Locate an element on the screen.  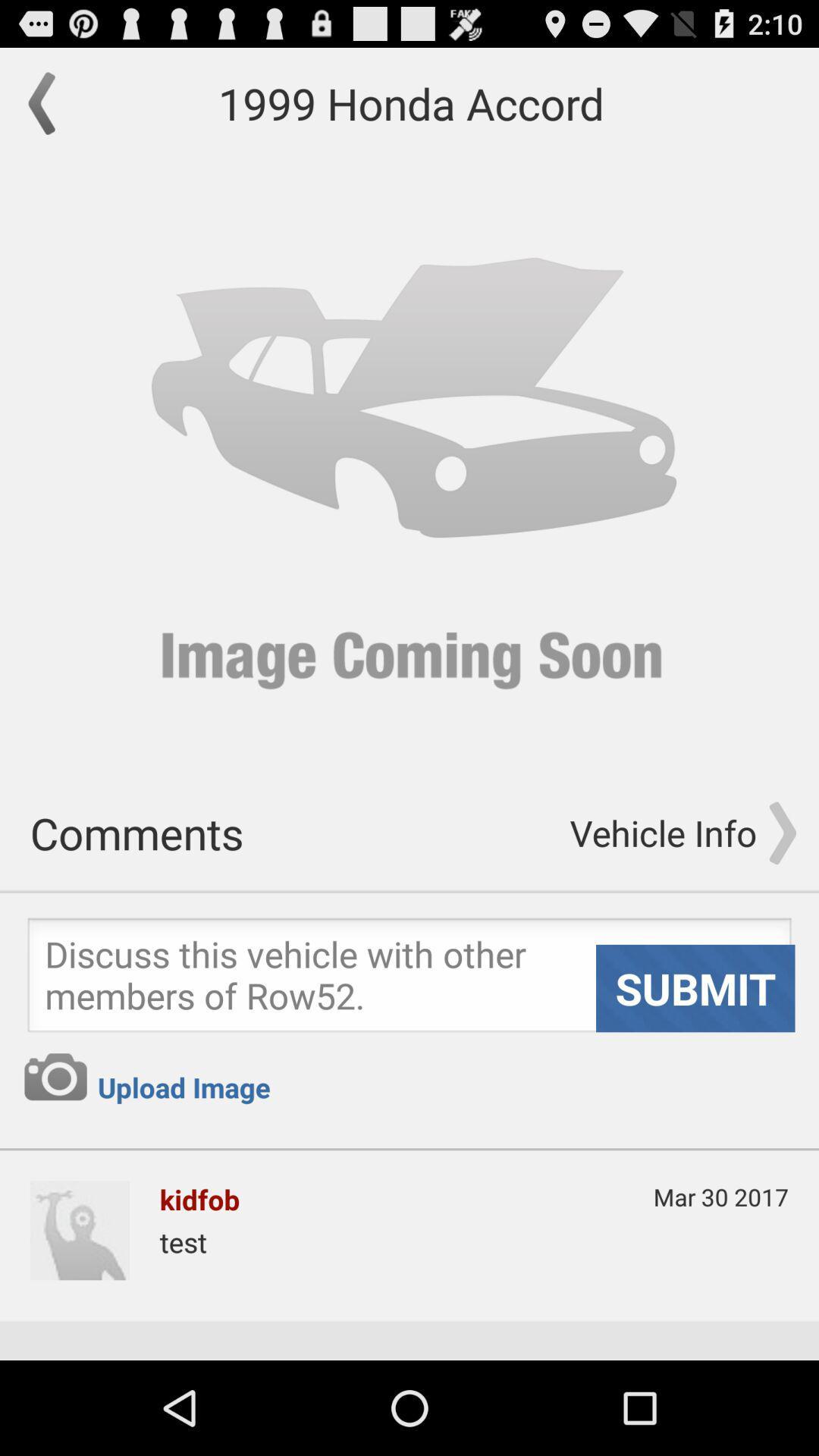
go do geamare is located at coordinates (55, 1076).